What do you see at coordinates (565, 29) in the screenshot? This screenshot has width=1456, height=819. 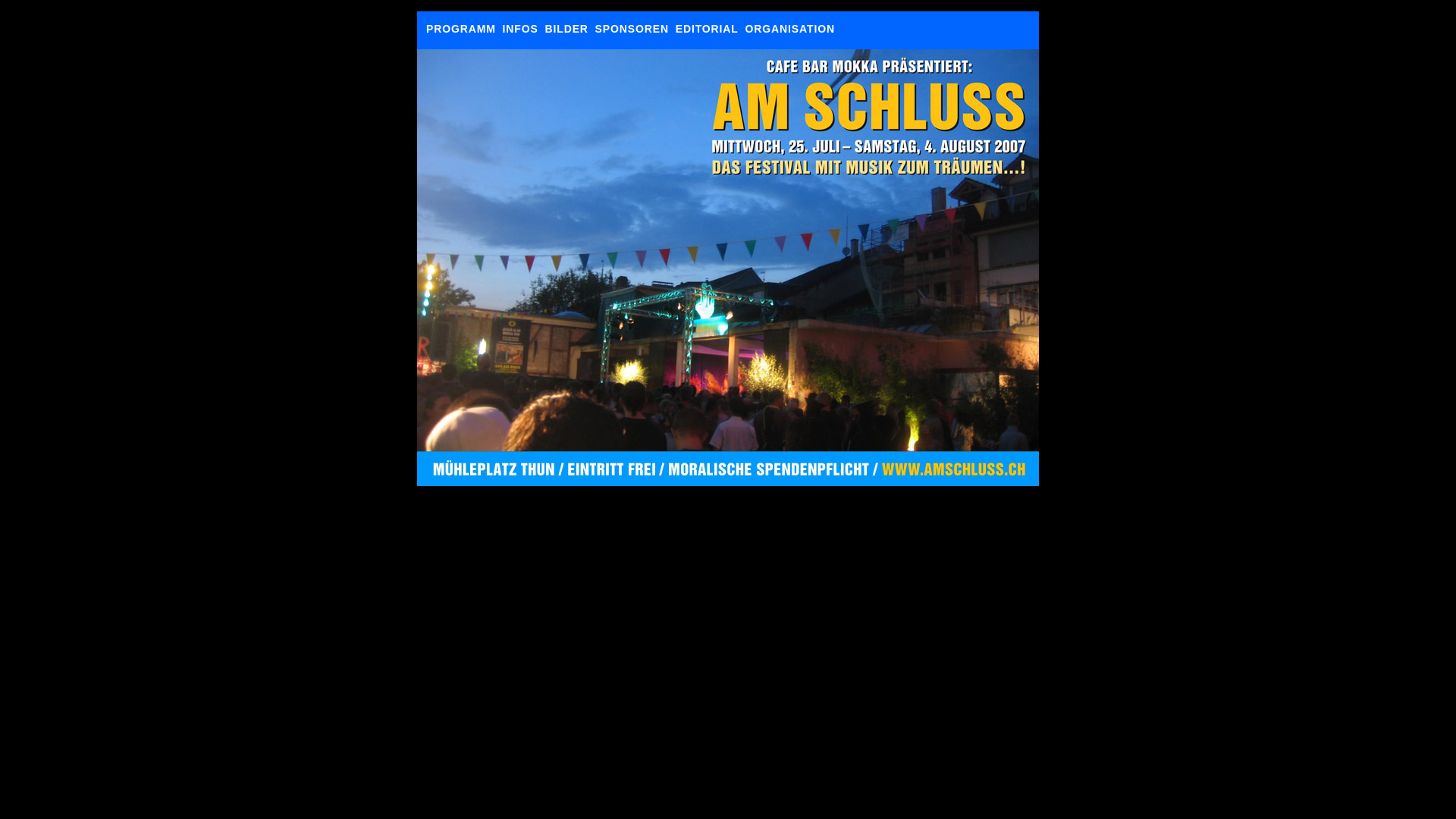 I see `'BILDER'` at bounding box center [565, 29].